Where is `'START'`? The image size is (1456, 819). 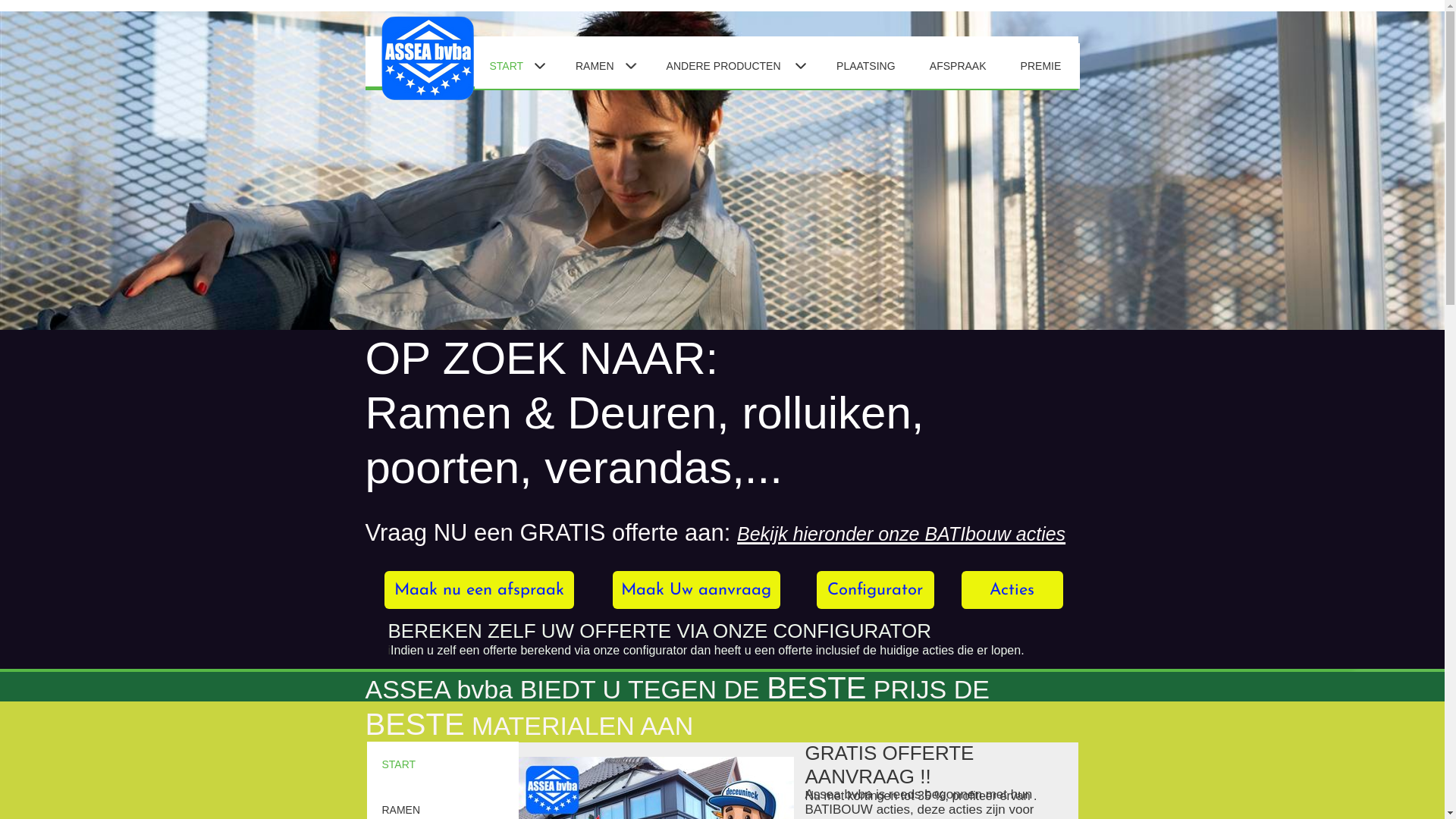
'START' is located at coordinates (517, 64).